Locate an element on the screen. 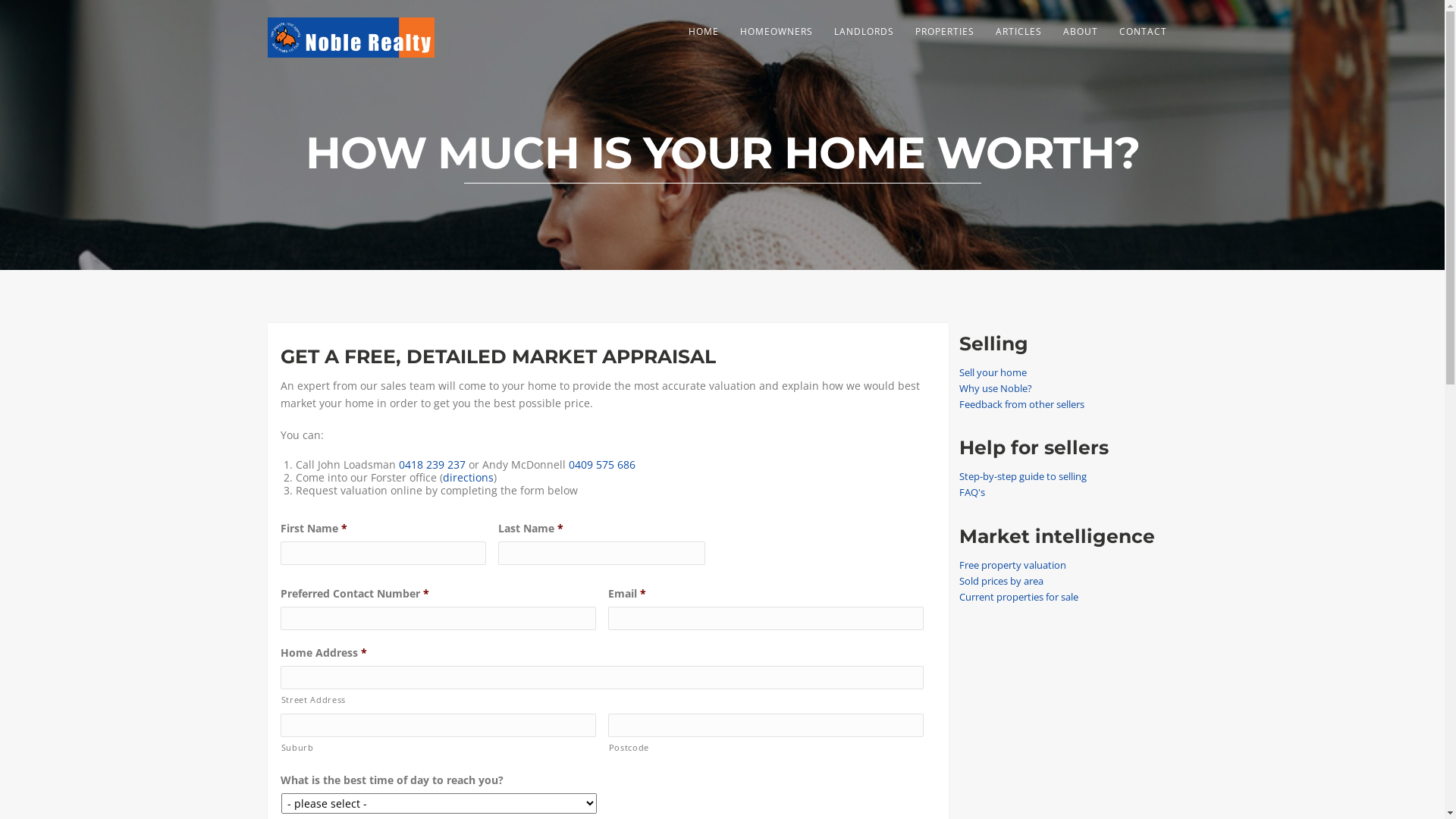  'HOMEOWNERS' is located at coordinates (776, 32).